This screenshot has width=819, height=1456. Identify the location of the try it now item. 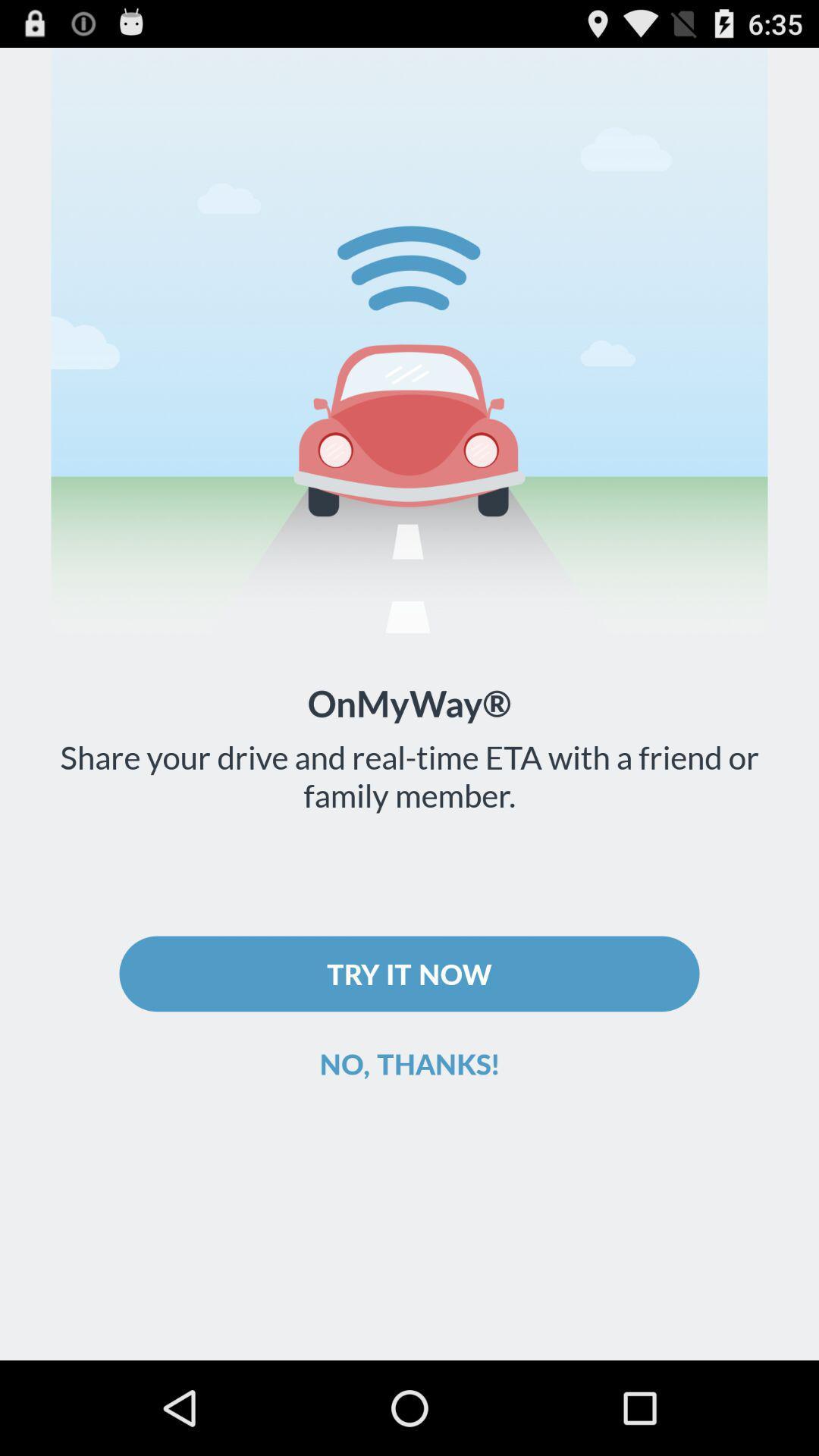
(409, 974).